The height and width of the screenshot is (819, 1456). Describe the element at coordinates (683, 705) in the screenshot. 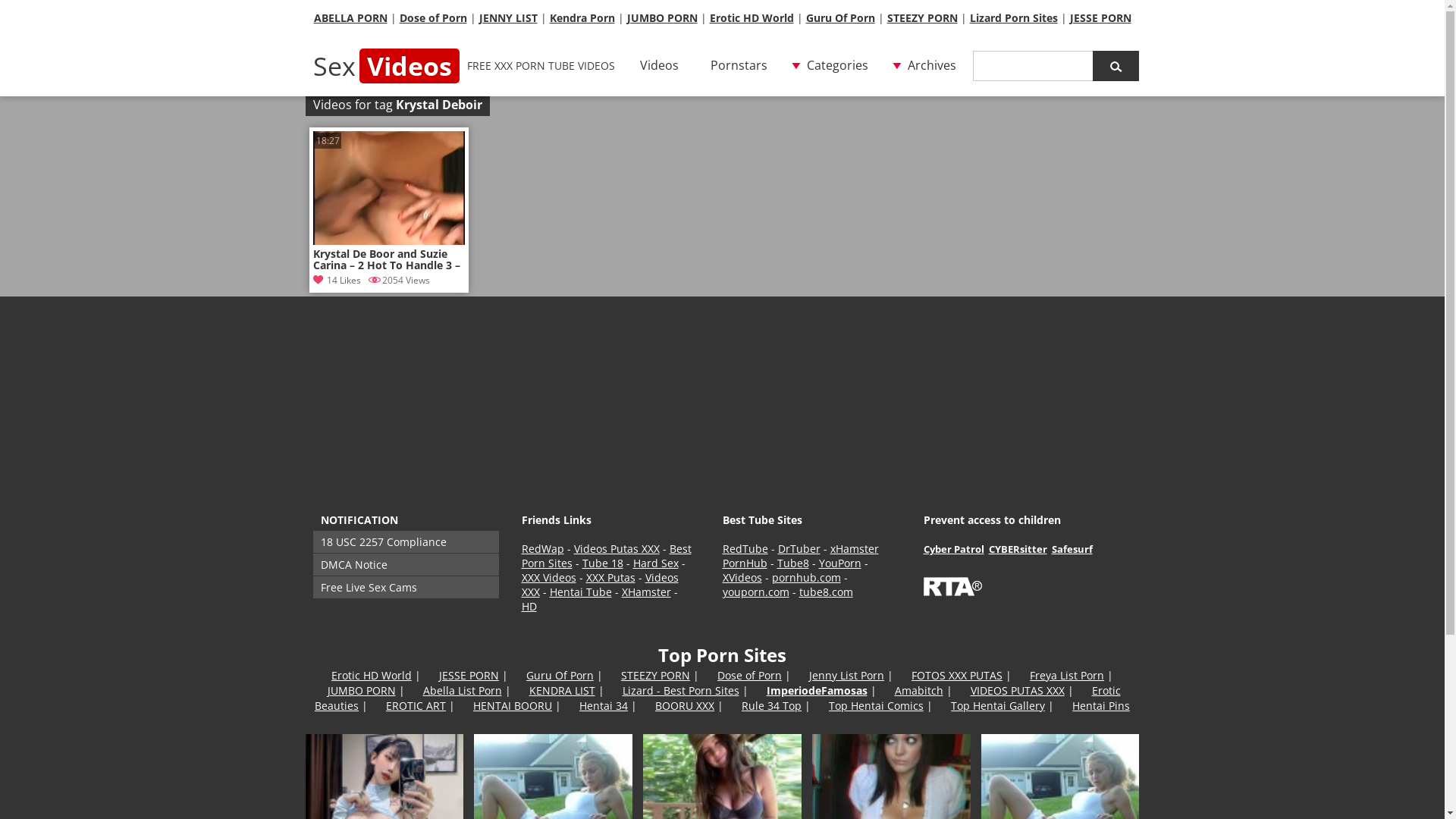

I see `'BOORU XXX'` at that location.